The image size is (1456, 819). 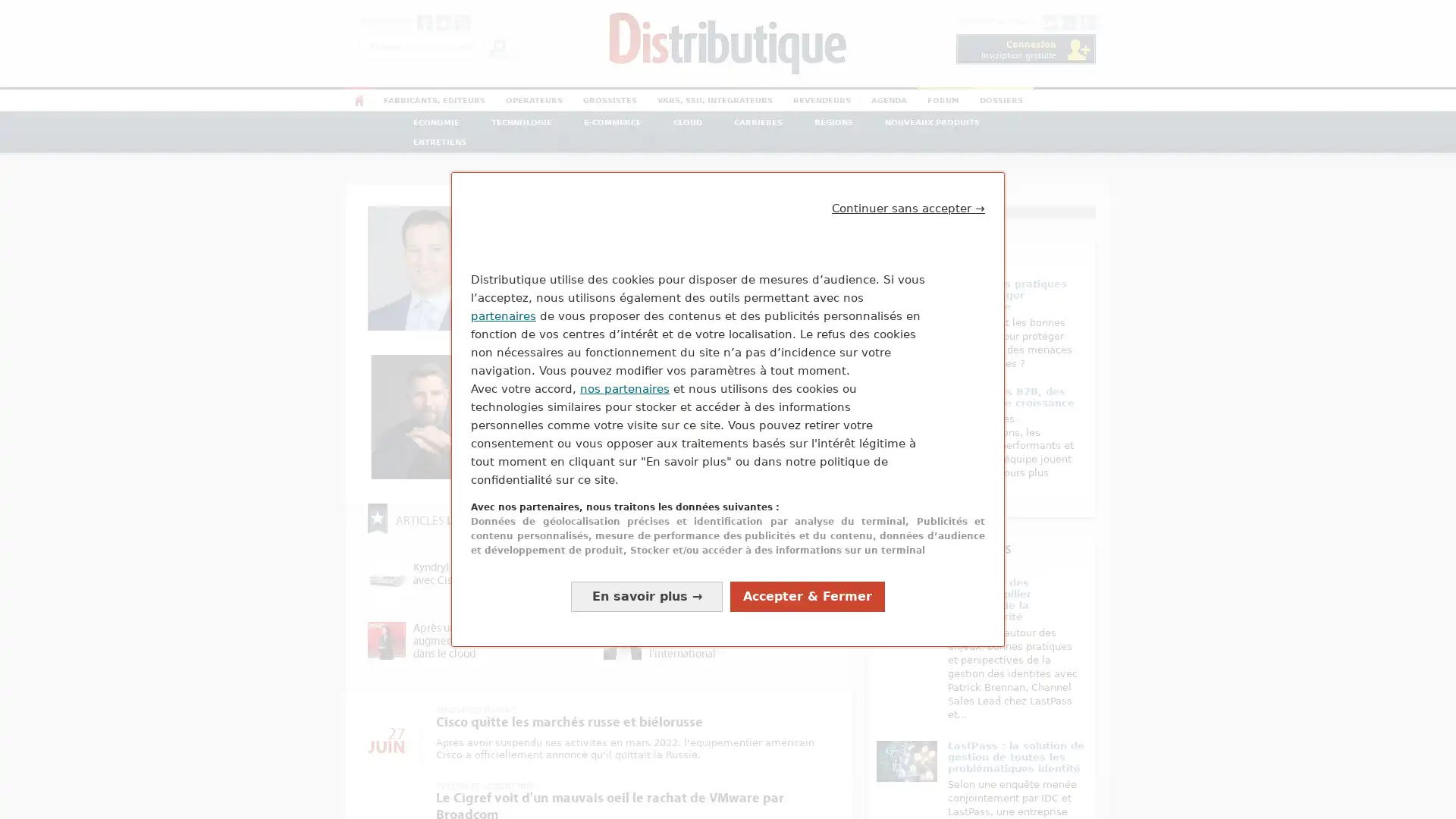 I want to click on Ok, so click(x=497, y=45).